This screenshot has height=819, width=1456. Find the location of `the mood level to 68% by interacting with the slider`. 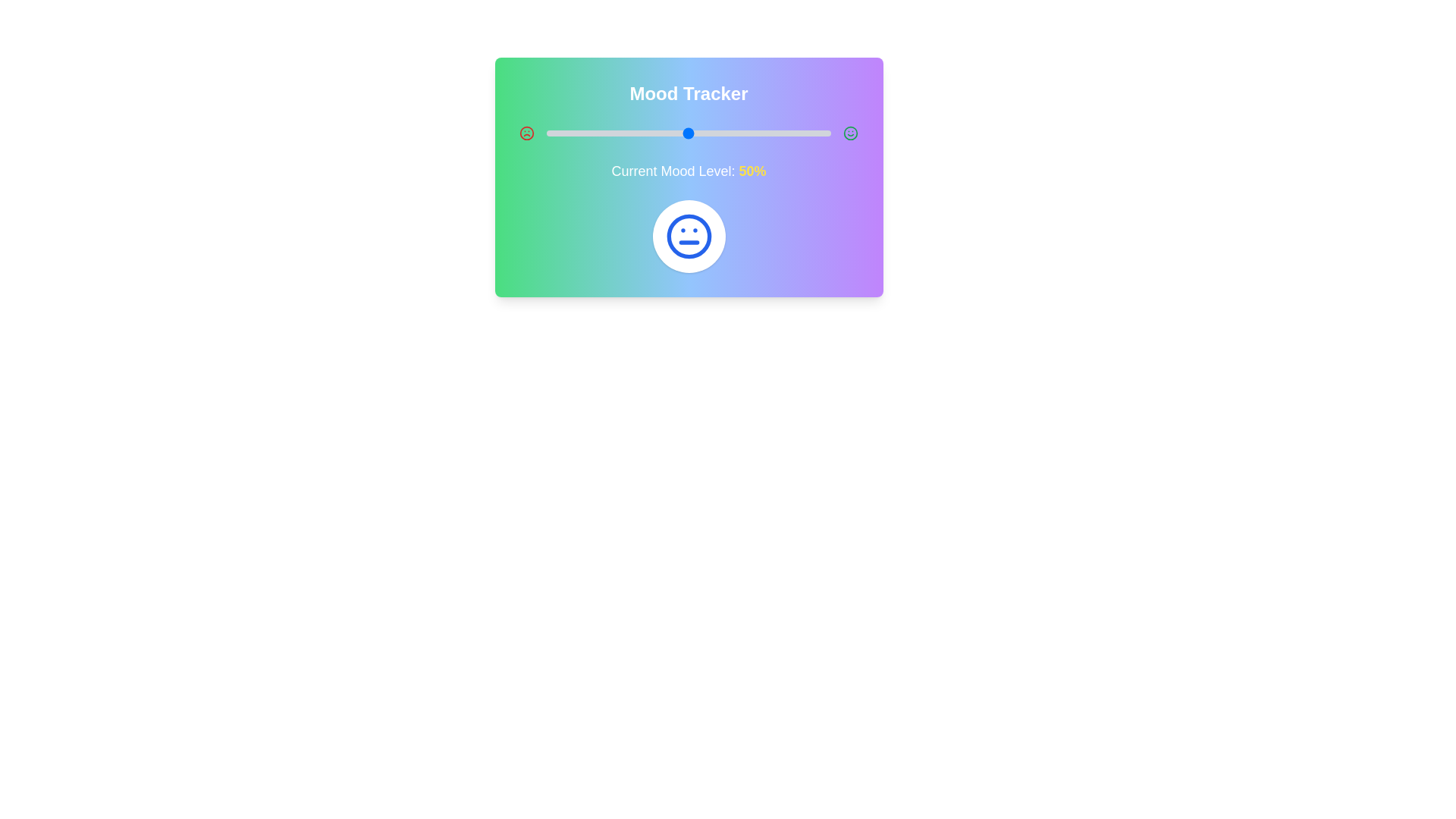

the mood level to 68% by interacting with the slider is located at coordinates (740, 133).